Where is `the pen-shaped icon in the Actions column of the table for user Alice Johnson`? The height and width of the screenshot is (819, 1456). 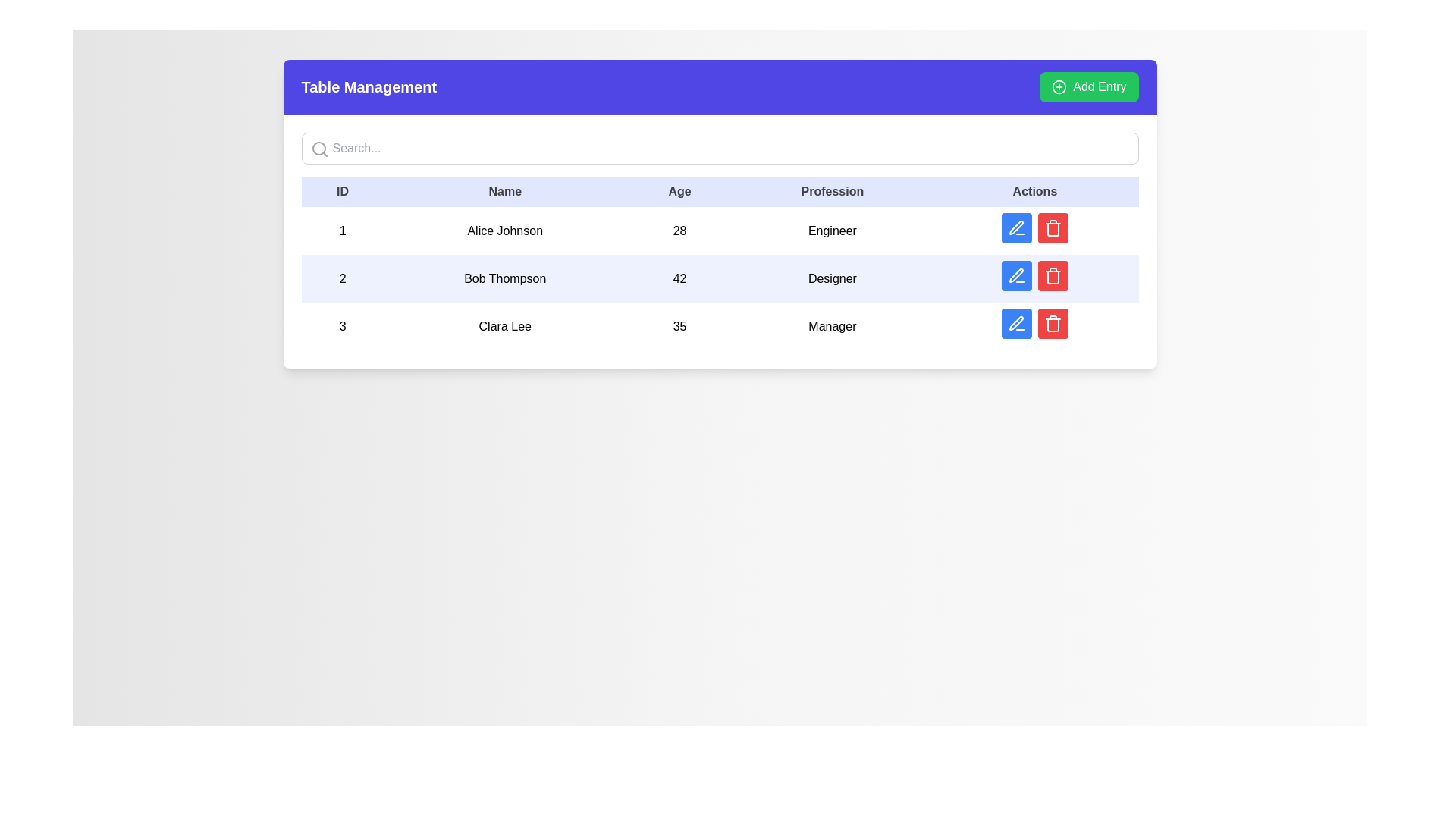 the pen-shaped icon in the Actions column of the table for user Alice Johnson is located at coordinates (1016, 227).